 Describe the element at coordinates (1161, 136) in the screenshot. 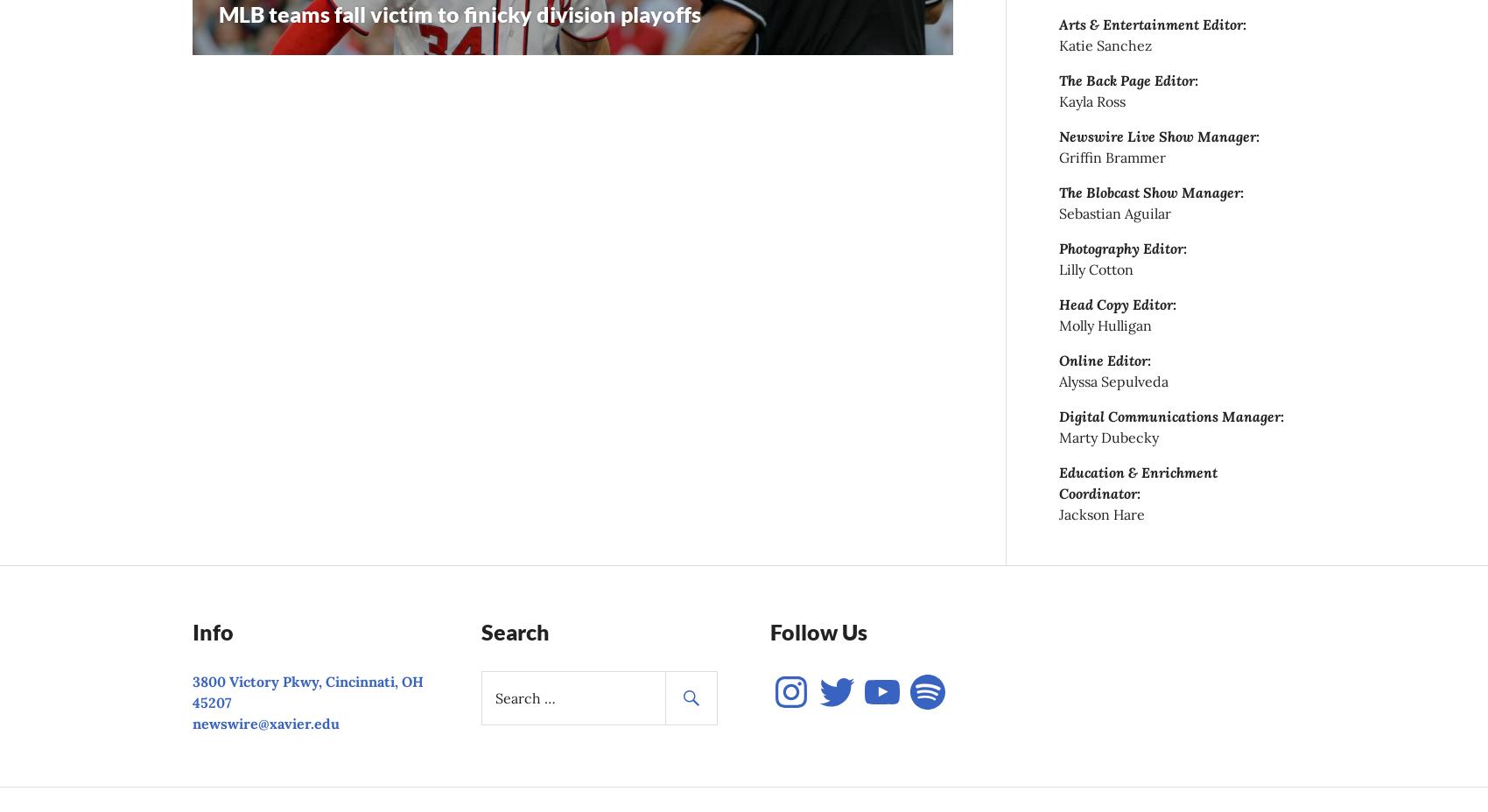

I see `'Newswire Live Show Manager:'` at that location.